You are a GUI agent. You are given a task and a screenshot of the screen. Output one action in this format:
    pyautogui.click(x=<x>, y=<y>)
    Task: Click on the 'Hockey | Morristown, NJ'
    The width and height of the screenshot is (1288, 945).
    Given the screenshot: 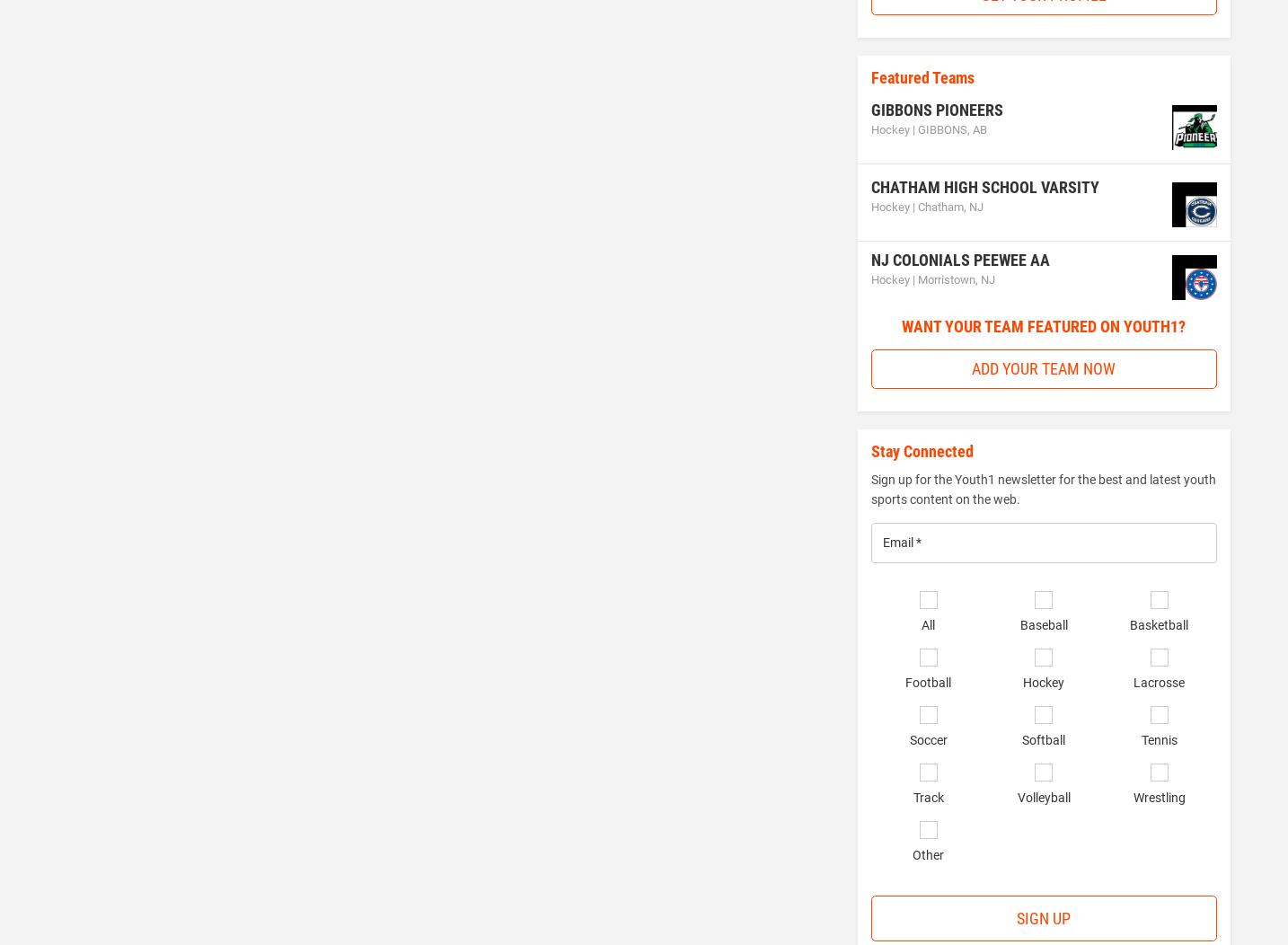 What is the action you would take?
    pyautogui.click(x=931, y=278)
    